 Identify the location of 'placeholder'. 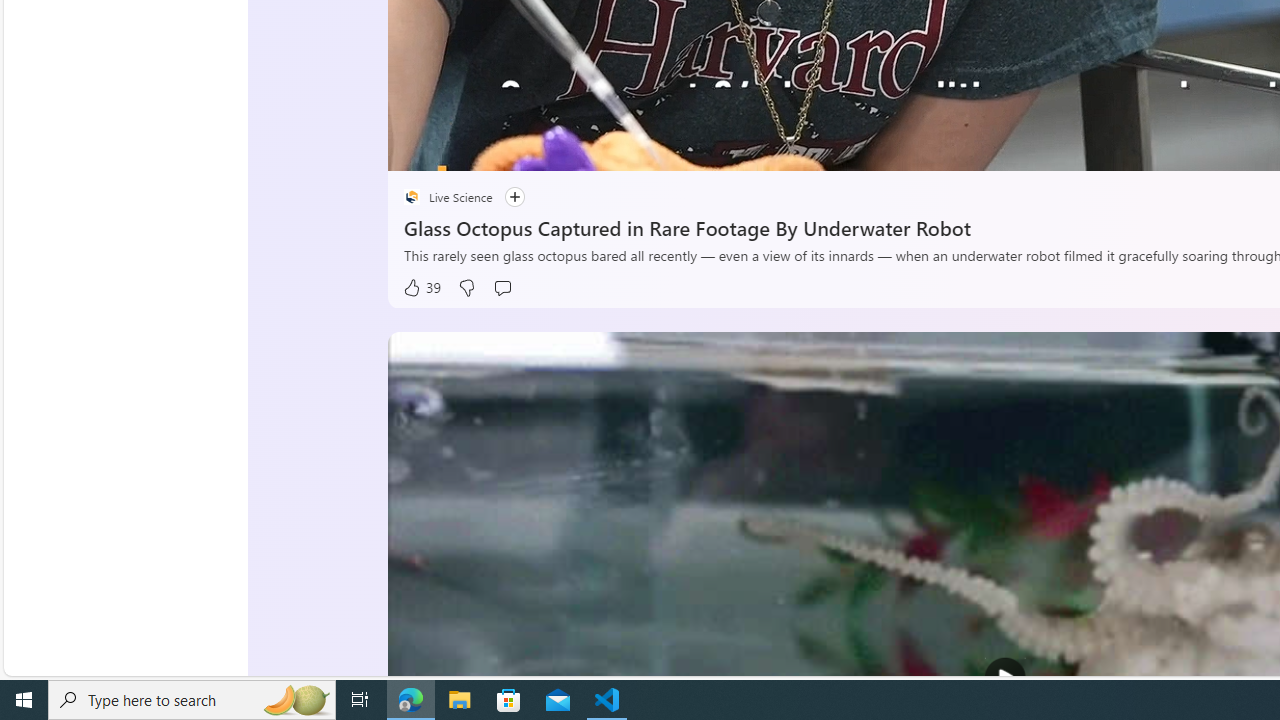
(411, 197).